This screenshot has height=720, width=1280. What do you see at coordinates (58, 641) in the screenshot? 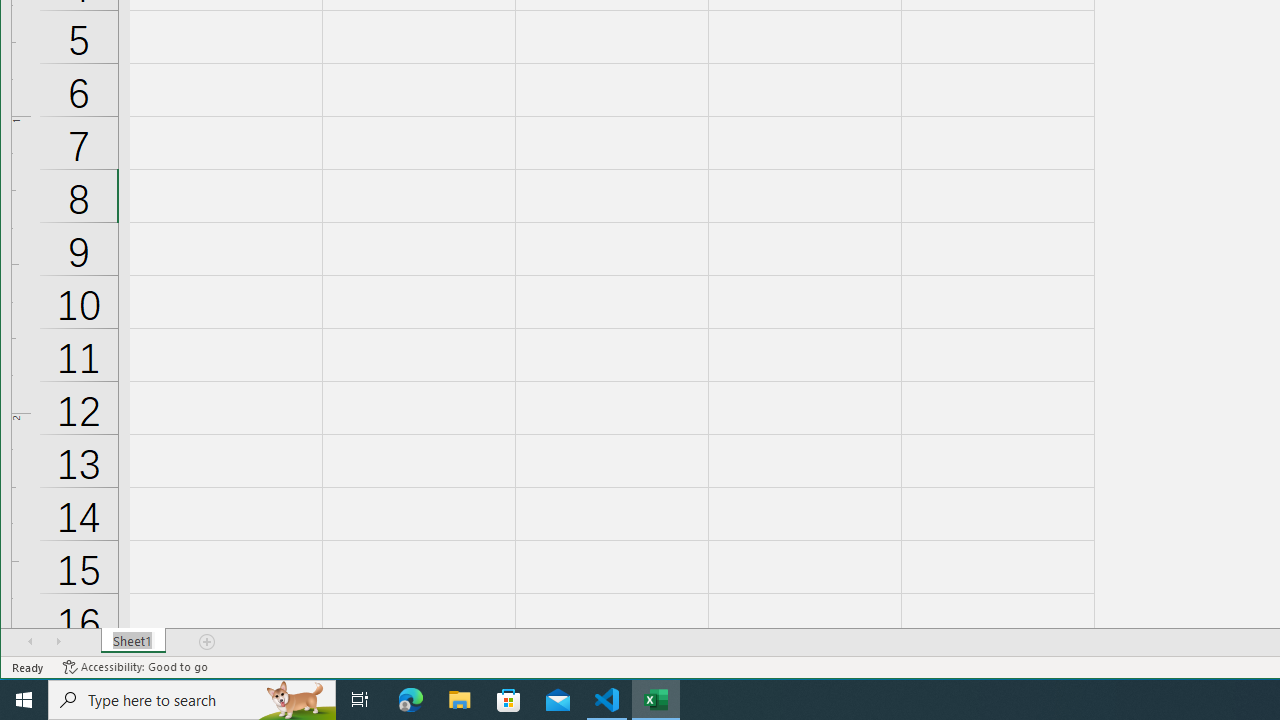
I see `'Scroll Right'` at bounding box center [58, 641].